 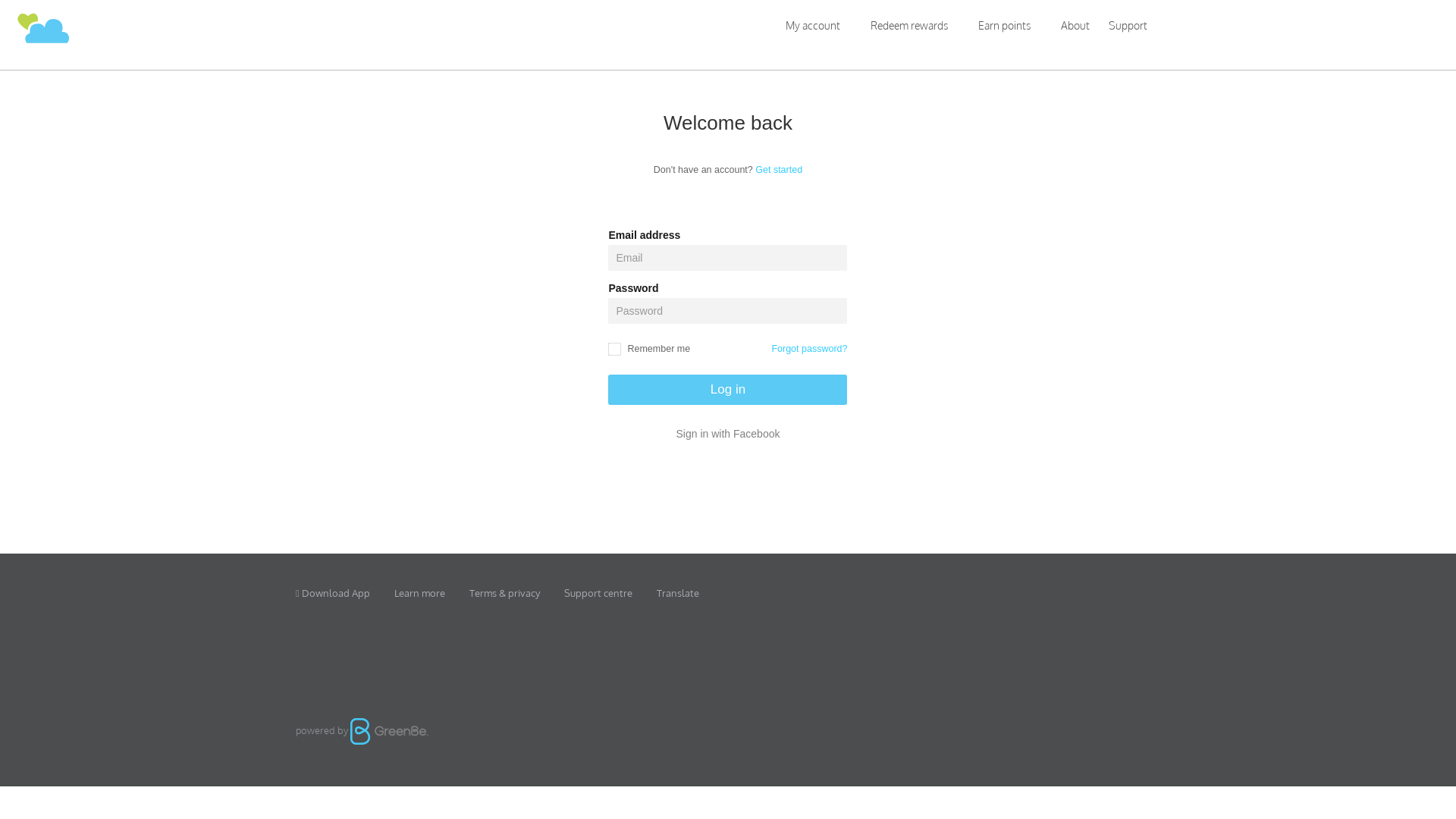 What do you see at coordinates (811, 25) in the screenshot?
I see `'My account'` at bounding box center [811, 25].